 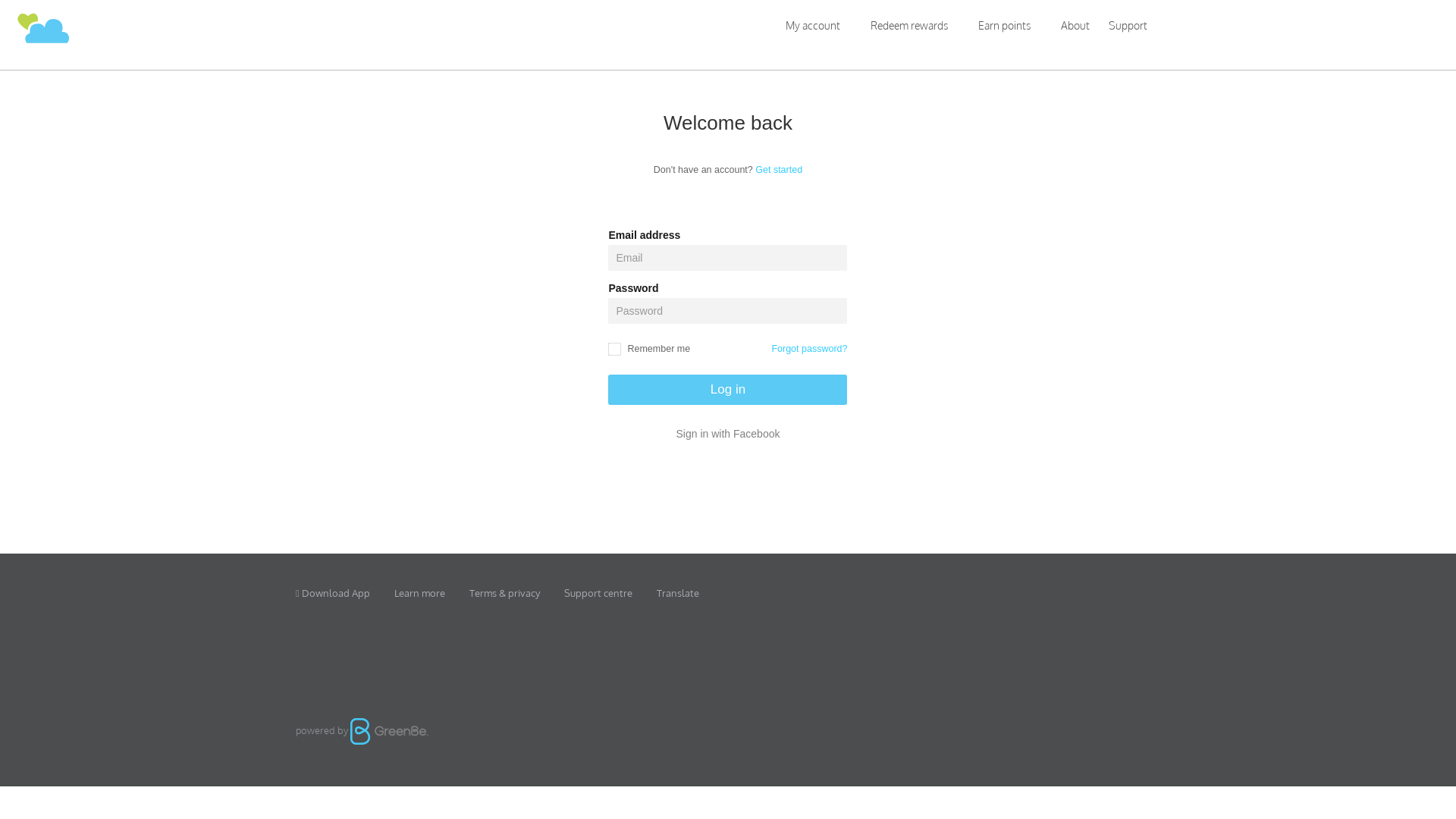 What do you see at coordinates (811, 25) in the screenshot?
I see `'My account'` at bounding box center [811, 25].